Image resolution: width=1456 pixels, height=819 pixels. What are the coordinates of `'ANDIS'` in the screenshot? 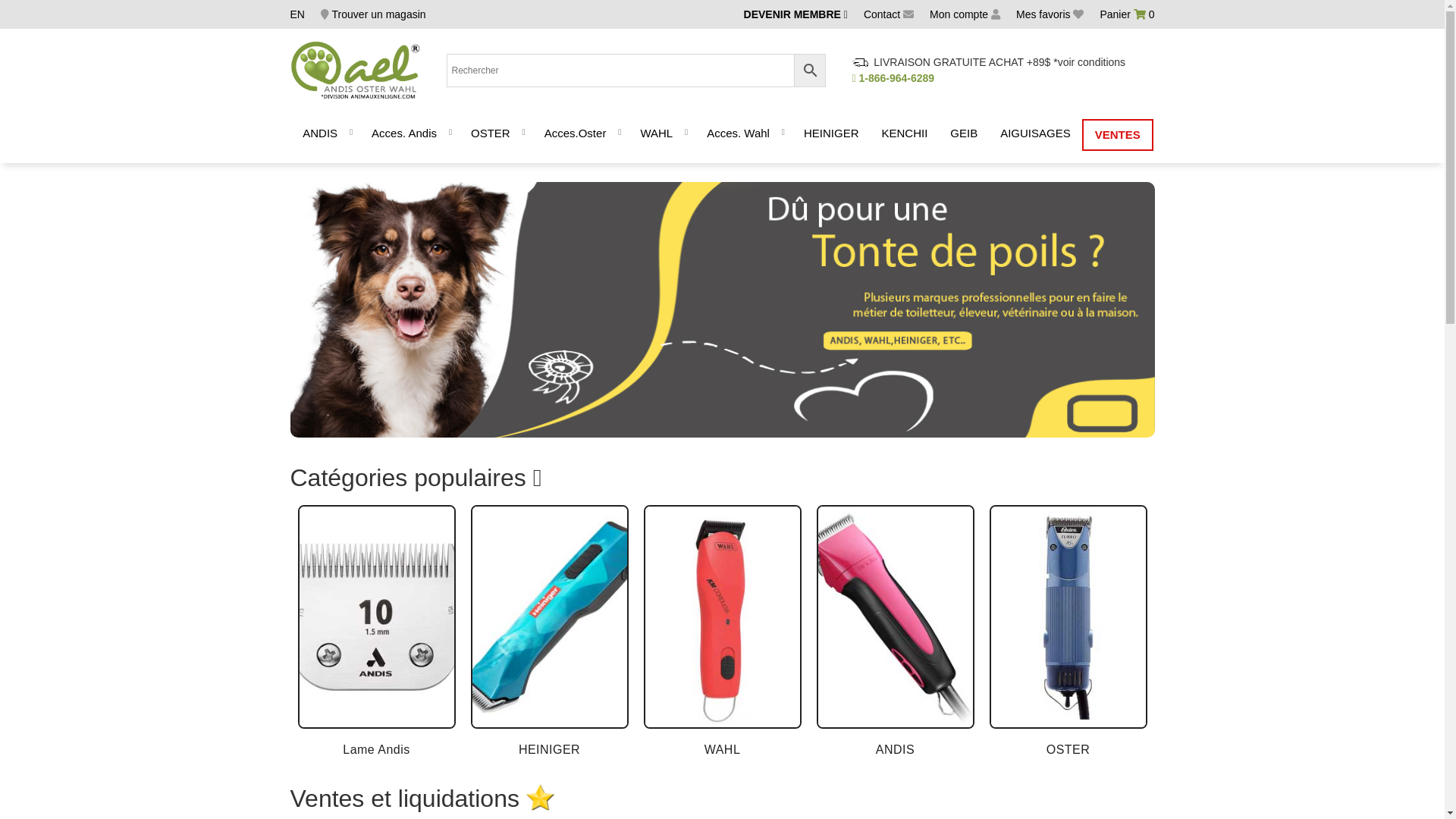 It's located at (319, 133).